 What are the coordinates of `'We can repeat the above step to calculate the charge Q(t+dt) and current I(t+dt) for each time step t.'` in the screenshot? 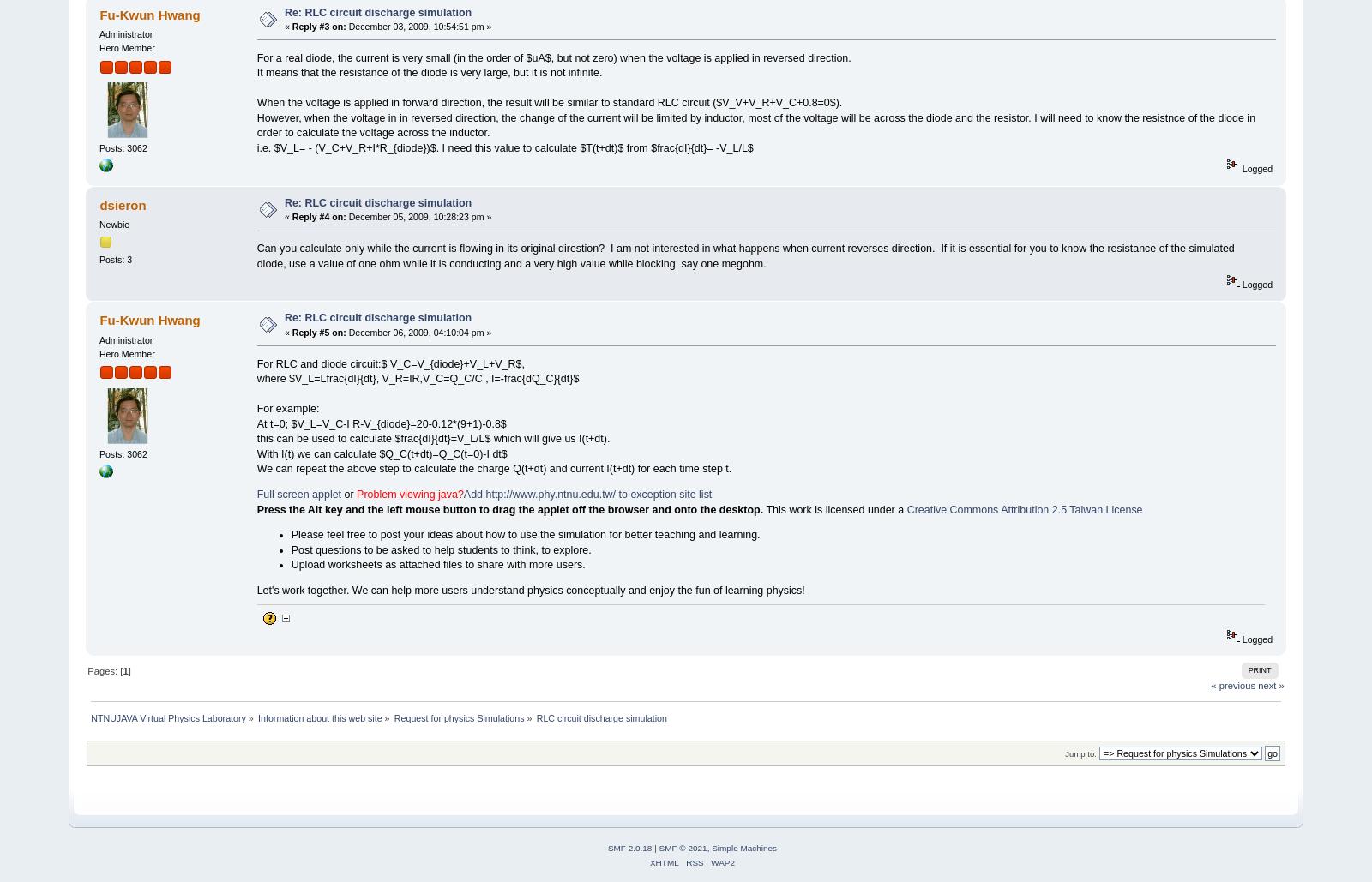 It's located at (493, 468).